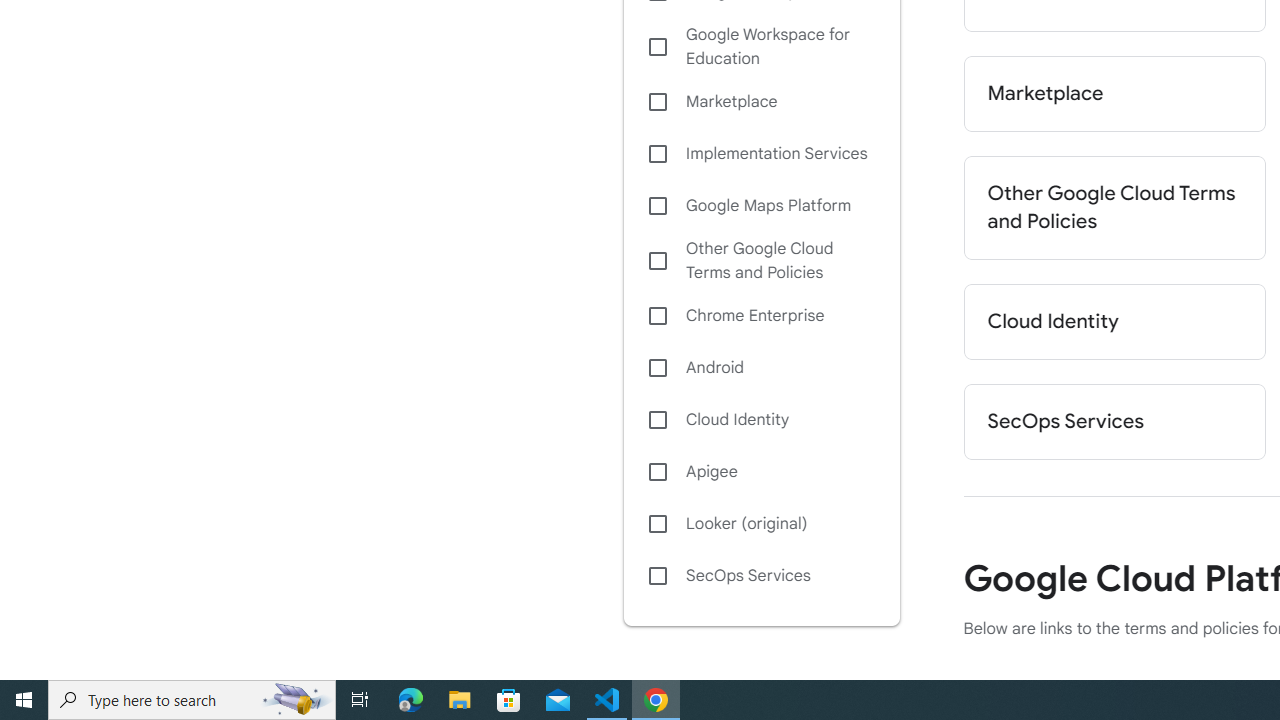 The height and width of the screenshot is (720, 1280). Describe the element at coordinates (760, 153) in the screenshot. I see `'Implementation Services'` at that location.